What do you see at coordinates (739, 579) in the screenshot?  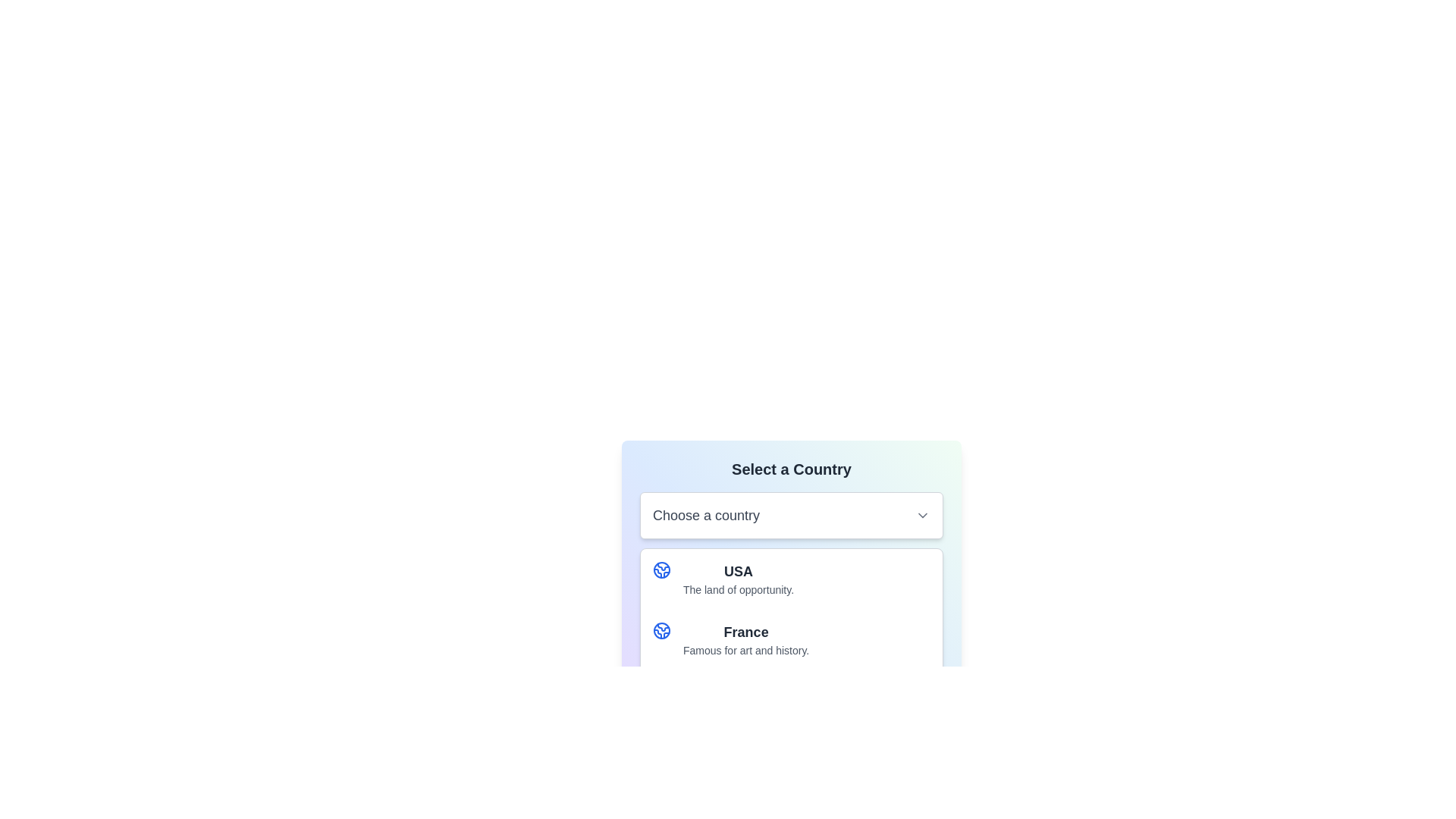 I see `the selectable dropdown list option for 'USA' using keyboard navigation` at bounding box center [739, 579].